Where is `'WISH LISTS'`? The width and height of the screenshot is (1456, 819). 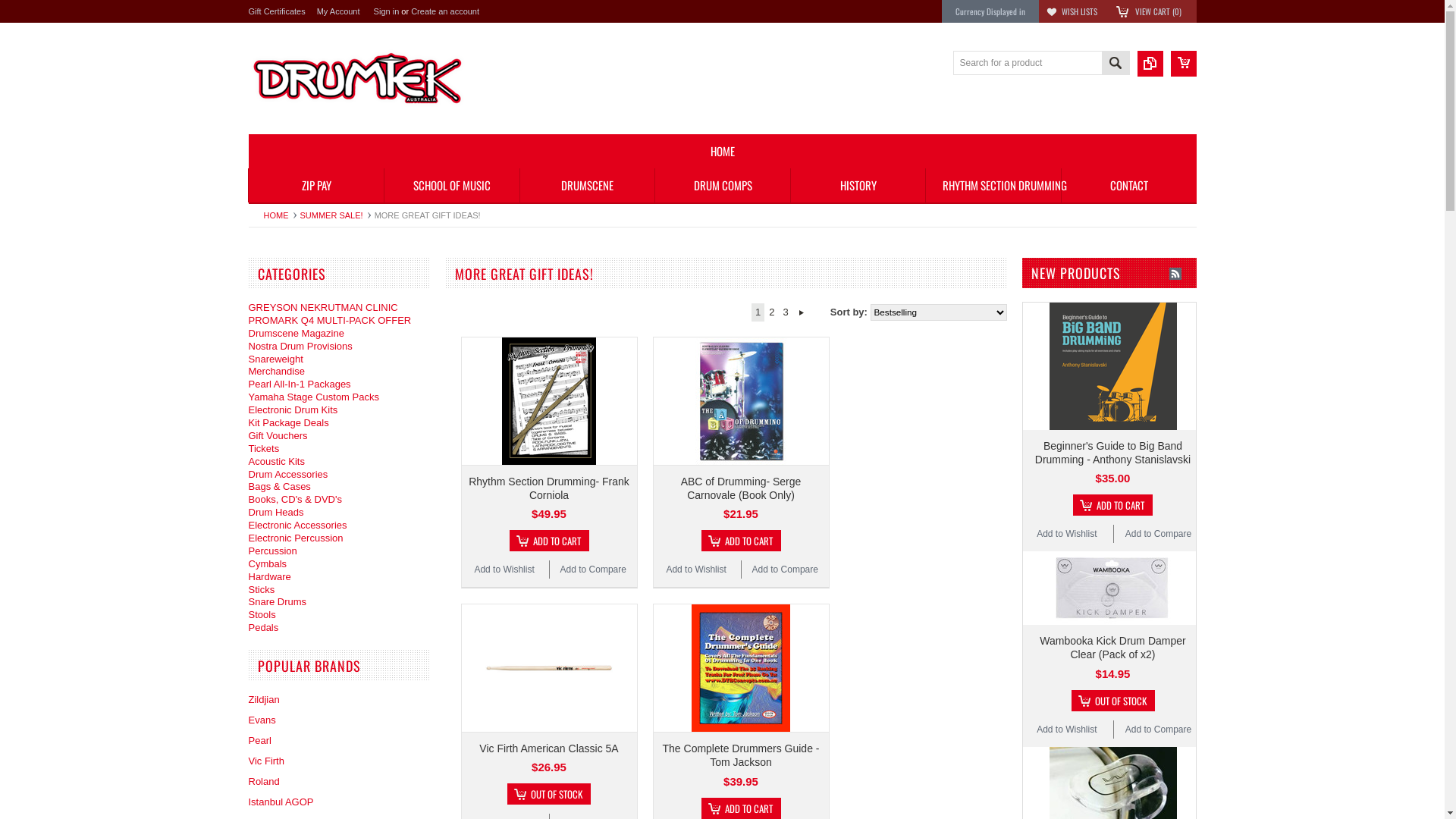
'WISH LISTS' is located at coordinates (1078, 11).